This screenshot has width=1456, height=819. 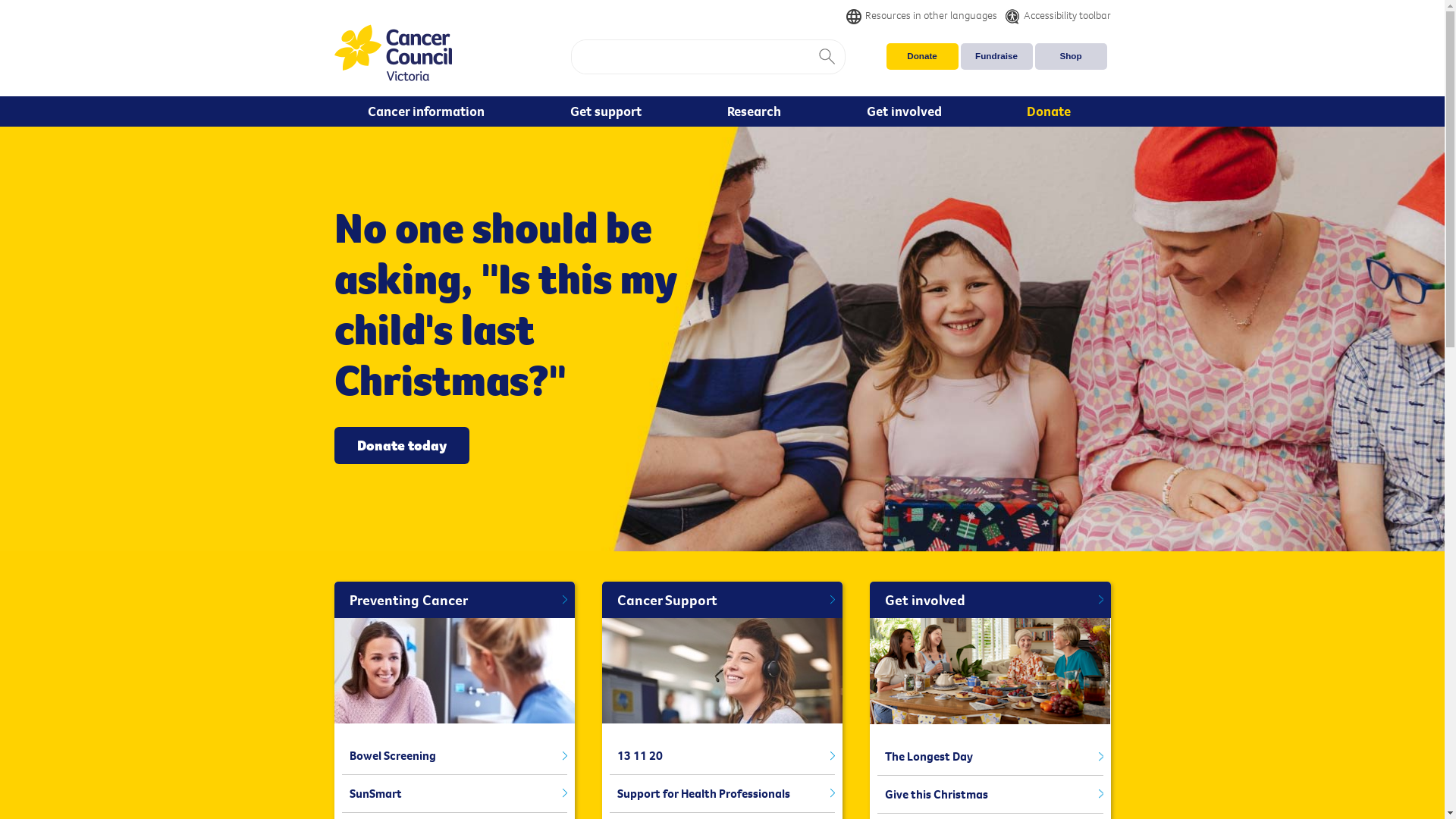 What do you see at coordinates (721, 792) in the screenshot?
I see `'Support for Health Professionals'` at bounding box center [721, 792].